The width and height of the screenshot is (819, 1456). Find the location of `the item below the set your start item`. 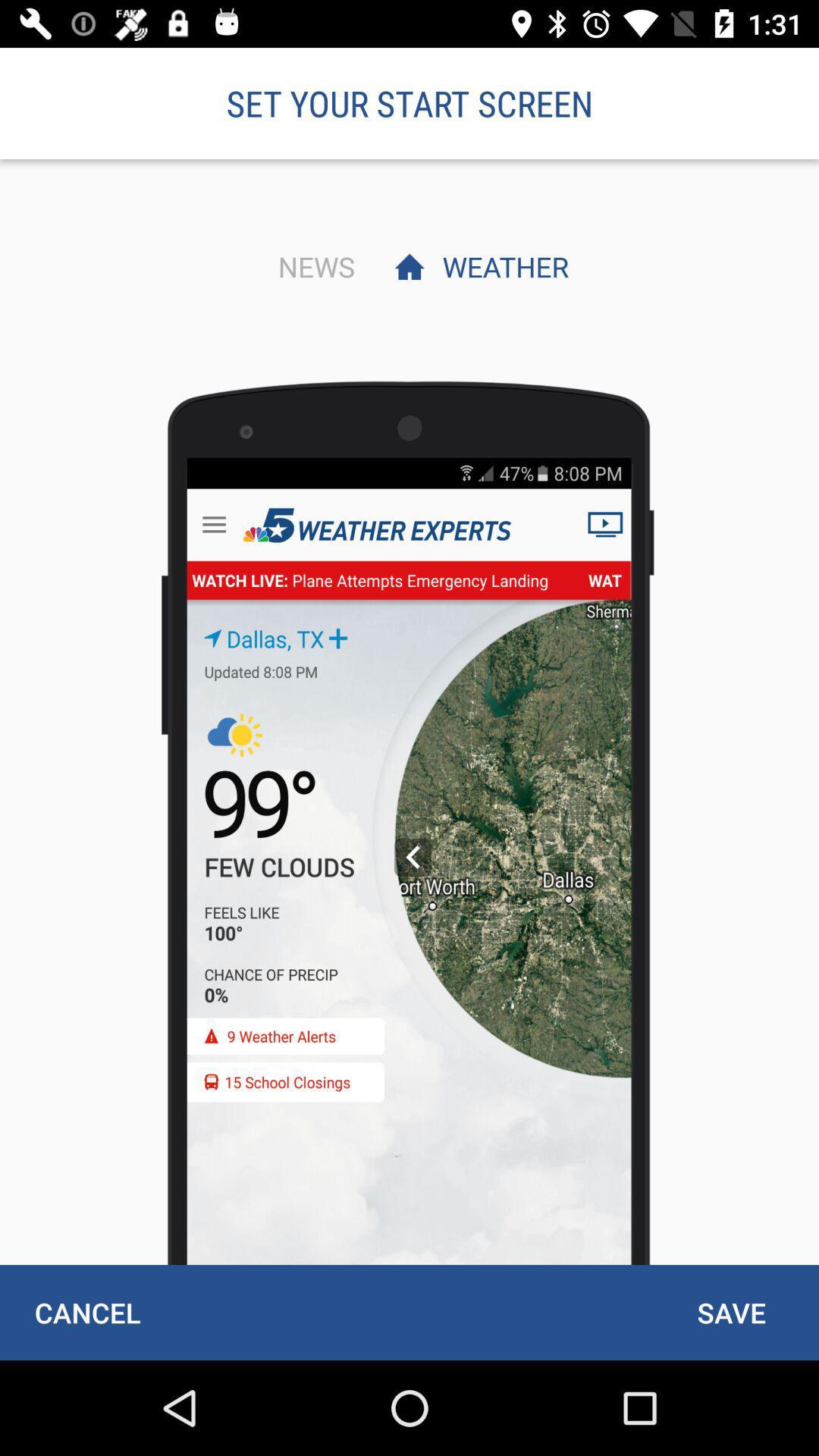

the item below the set your start item is located at coordinates (312, 266).